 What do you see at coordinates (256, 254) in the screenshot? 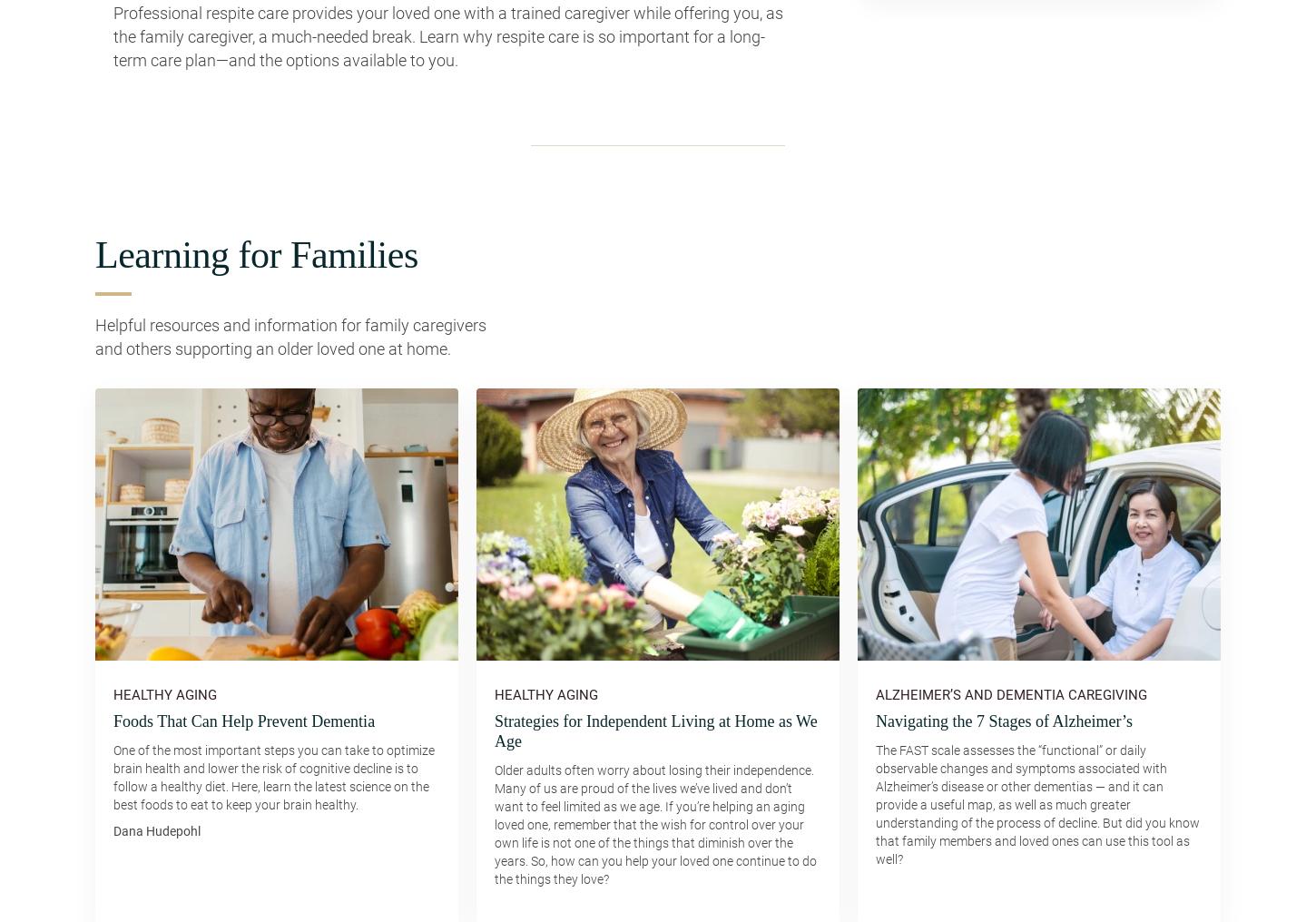
I see `'Learning for Families'` at bounding box center [256, 254].